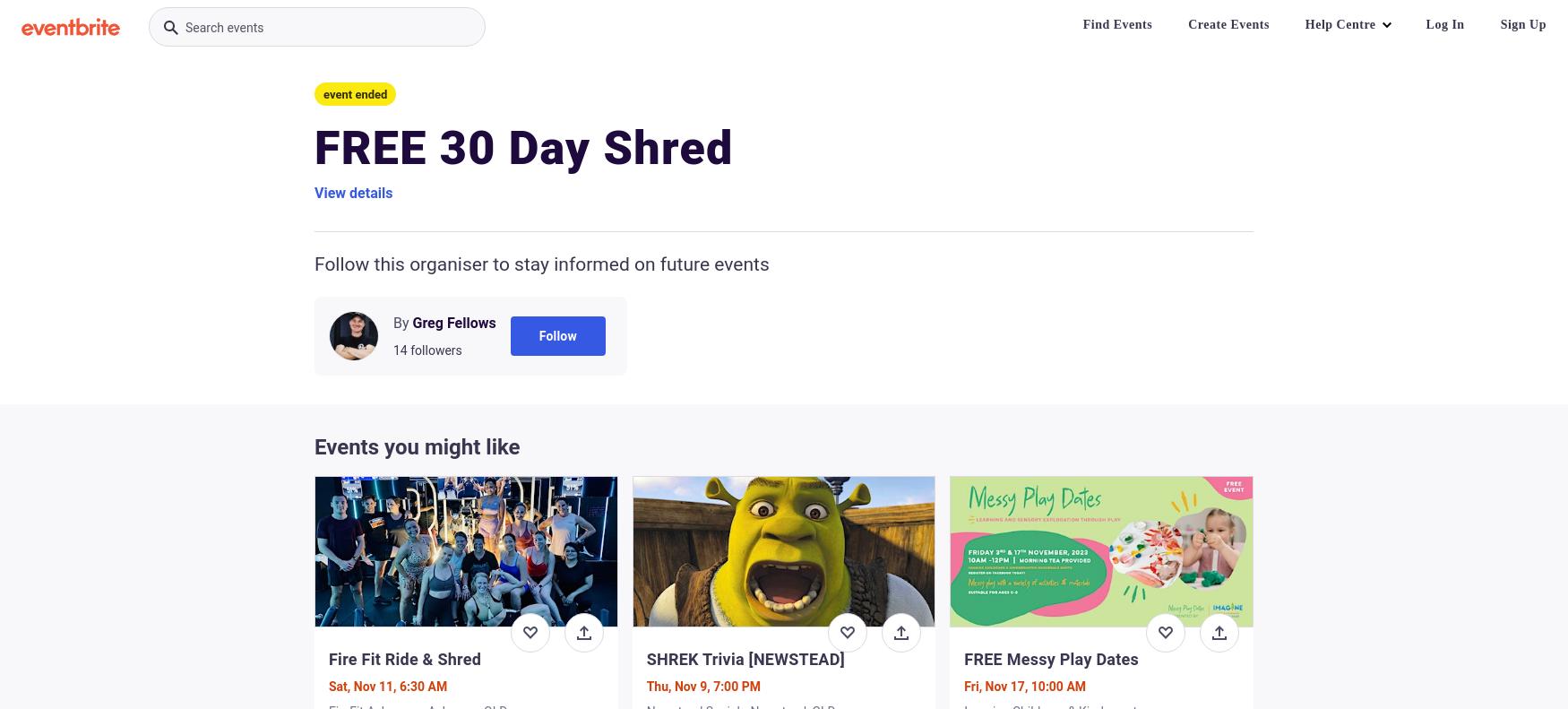 The image size is (1568, 709). What do you see at coordinates (352, 193) in the screenshot?
I see `'View details'` at bounding box center [352, 193].